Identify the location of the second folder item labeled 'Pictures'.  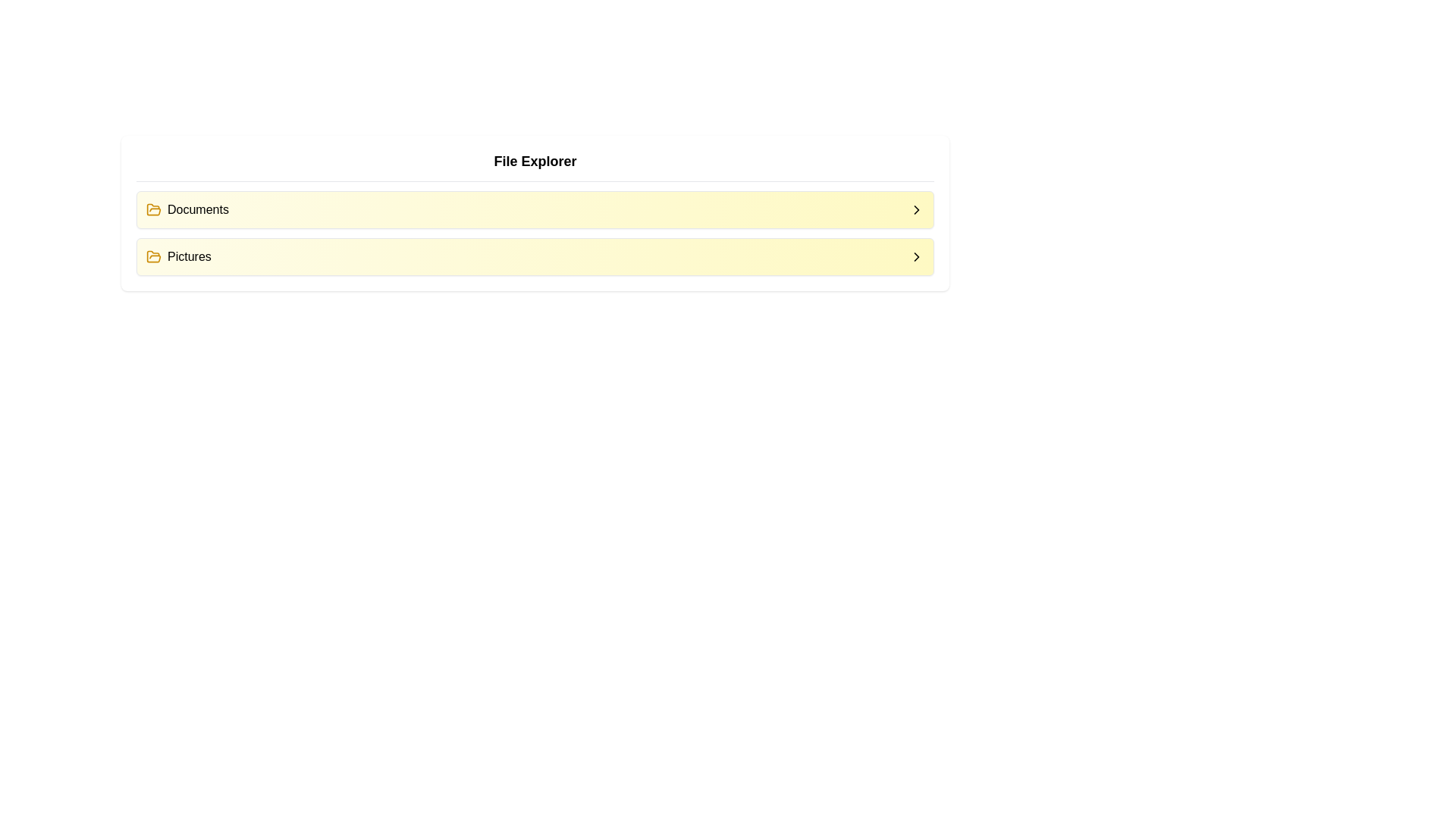
(535, 256).